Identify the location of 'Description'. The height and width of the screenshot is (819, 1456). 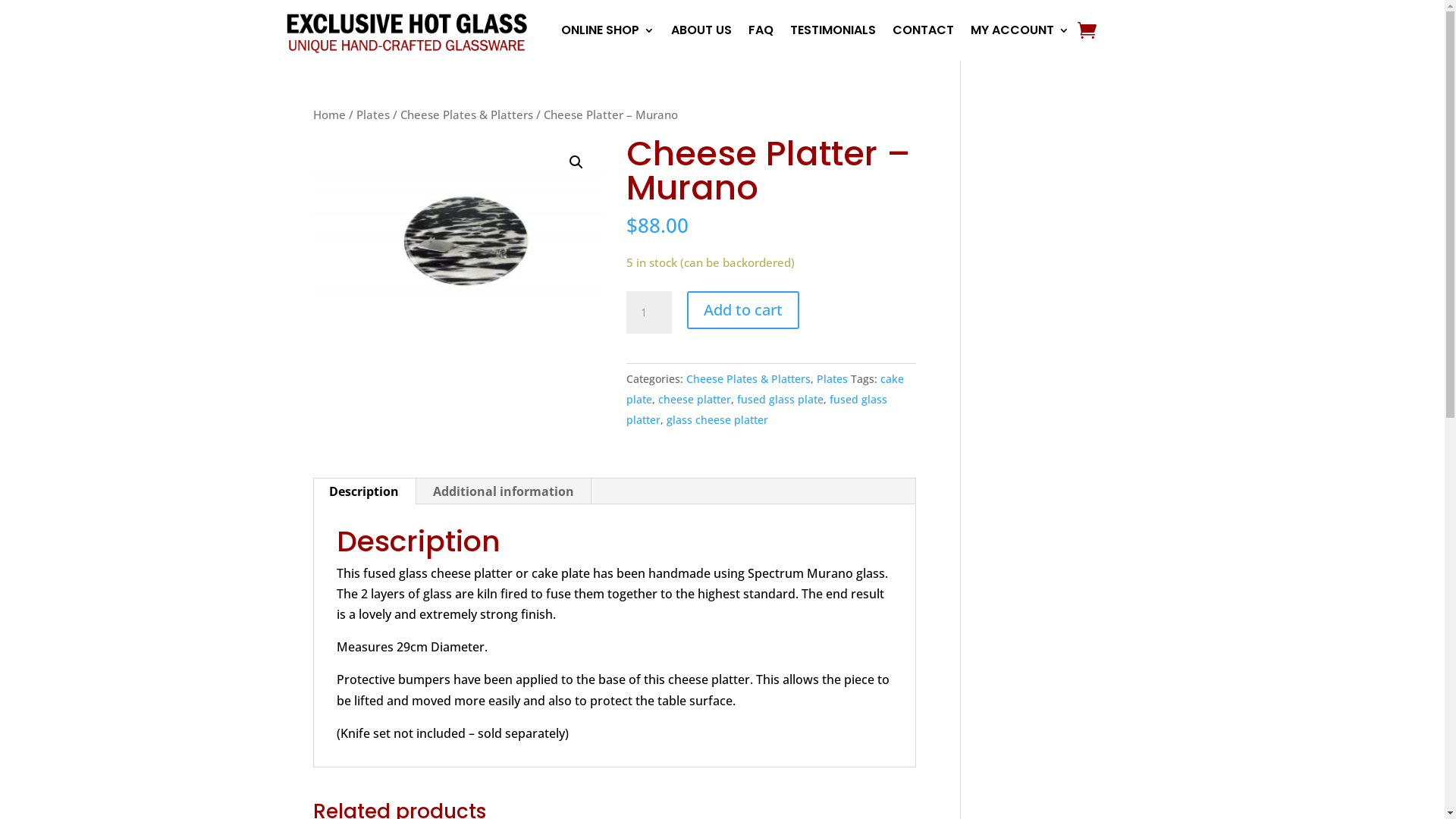
(364, 491).